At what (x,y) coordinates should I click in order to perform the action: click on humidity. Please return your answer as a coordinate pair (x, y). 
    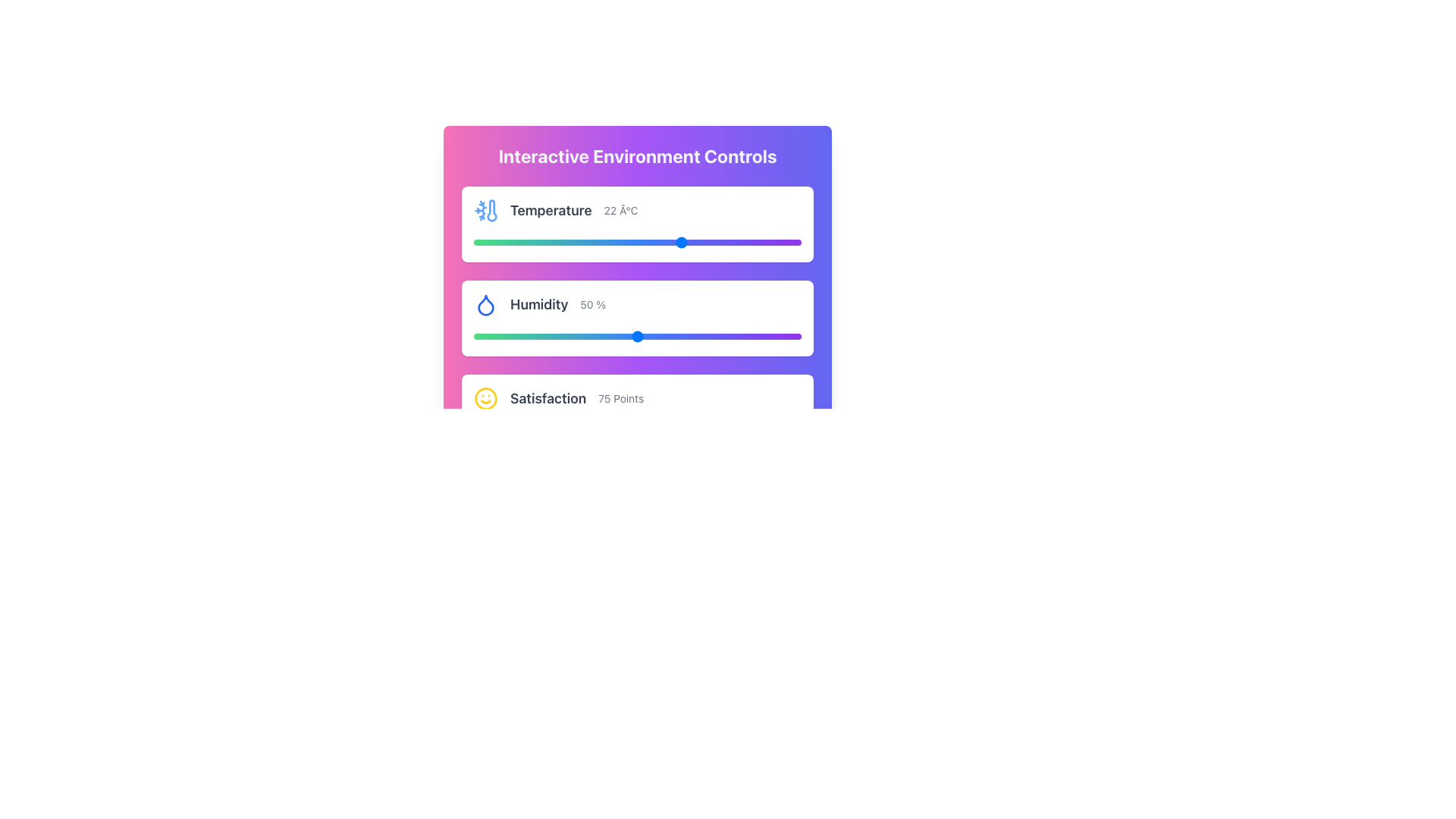
    Looking at the image, I should click on (785, 335).